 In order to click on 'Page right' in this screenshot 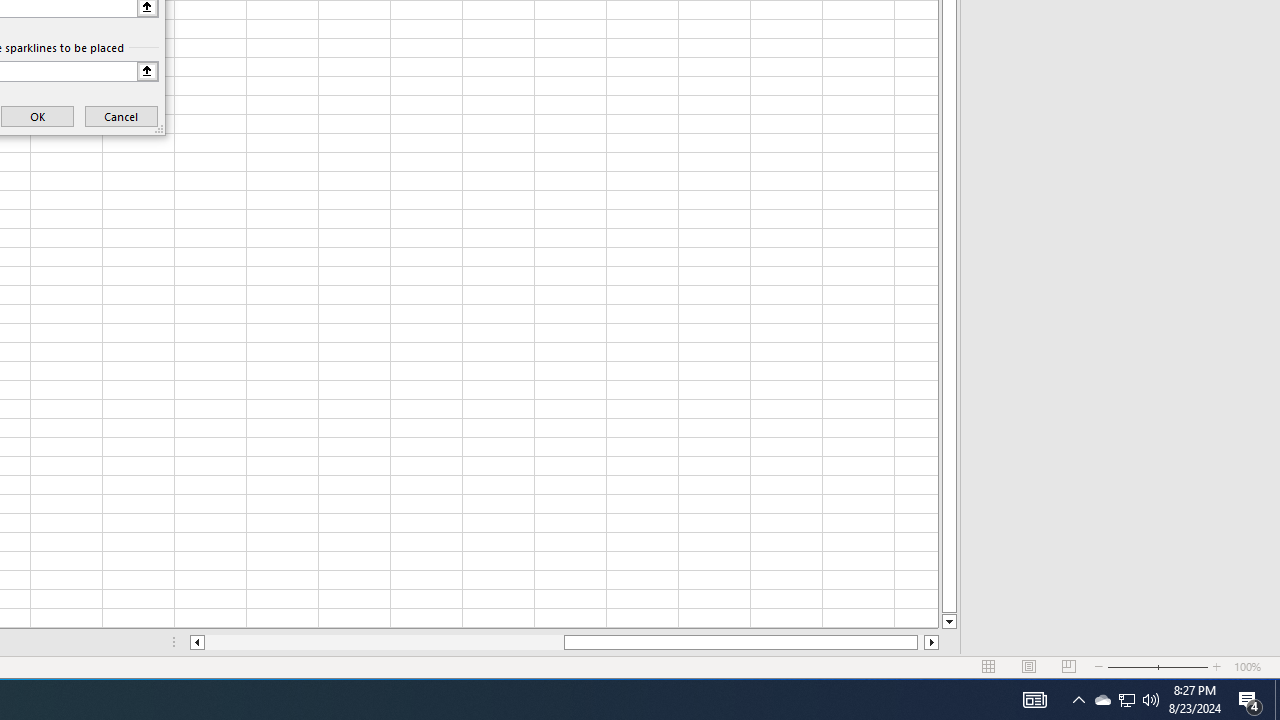, I will do `click(919, 642)`.